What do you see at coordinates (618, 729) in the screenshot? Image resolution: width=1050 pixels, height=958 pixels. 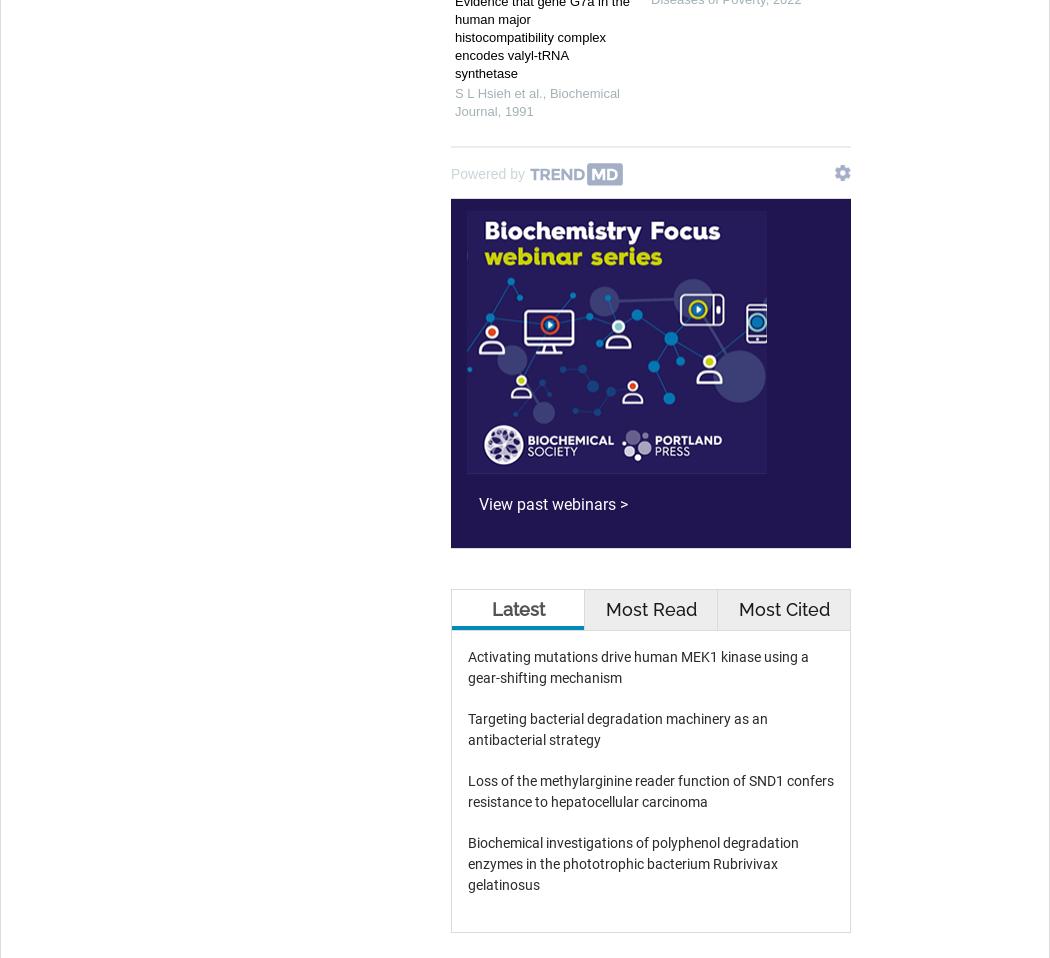 I see `'Targeting bacterial degradation machinery as an antibacterial strategy'` at bounding box center [618, 729].